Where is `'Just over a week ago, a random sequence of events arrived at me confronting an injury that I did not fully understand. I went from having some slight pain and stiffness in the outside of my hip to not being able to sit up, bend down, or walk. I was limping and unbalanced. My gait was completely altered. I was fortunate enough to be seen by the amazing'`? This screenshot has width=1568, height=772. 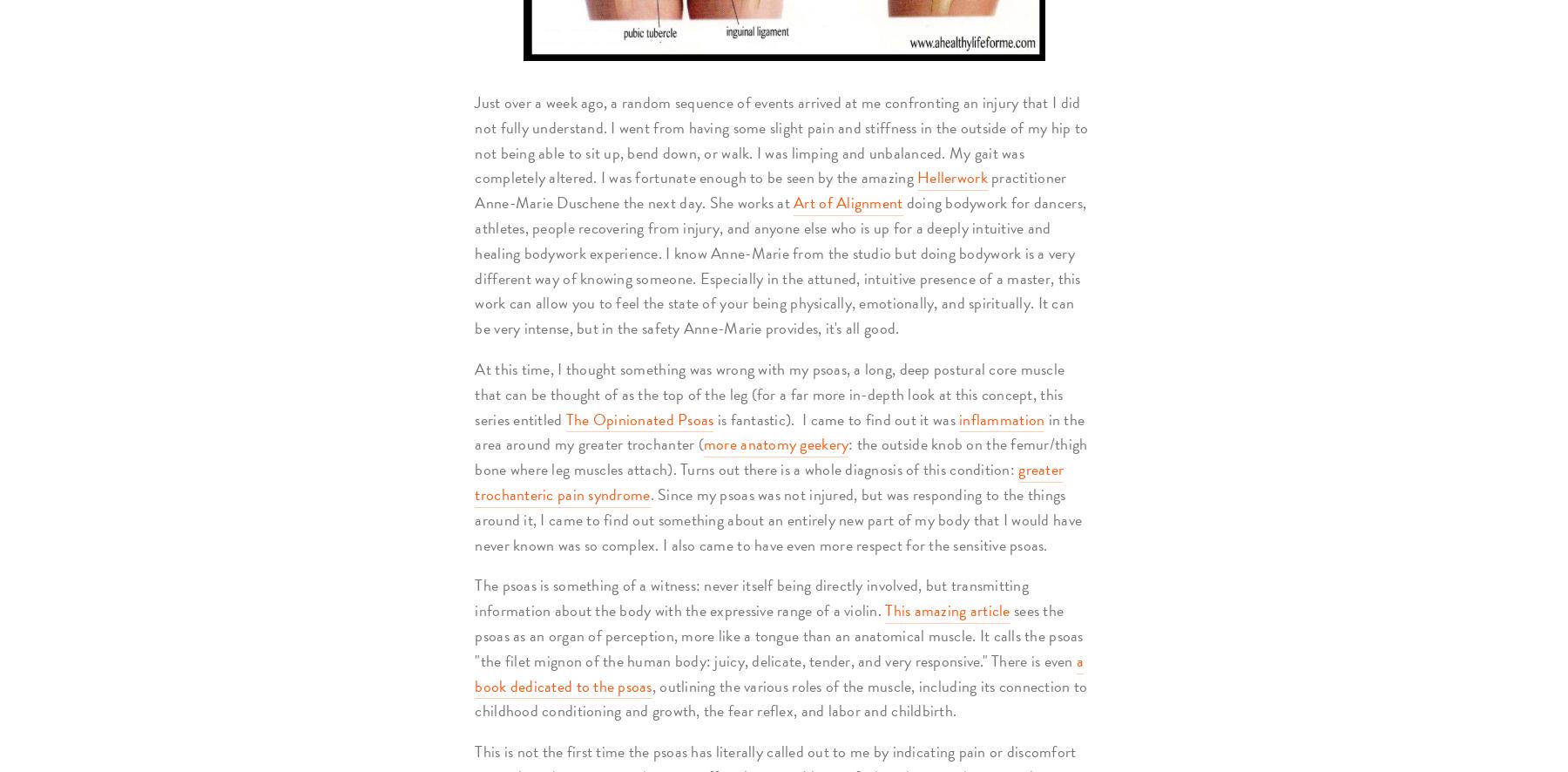
'Just over a week ago, a random sequence of events arrived at me confronting an injury that I did not fully understand. I went from having some slight pain and stiffness in the outside of my hip to not being able to sit up, bend down, or walk. I was limping and unbalanced. My gait was completely altered. I was fortunate enough to be seen by the amazing' is located at coordinates (781, 139).